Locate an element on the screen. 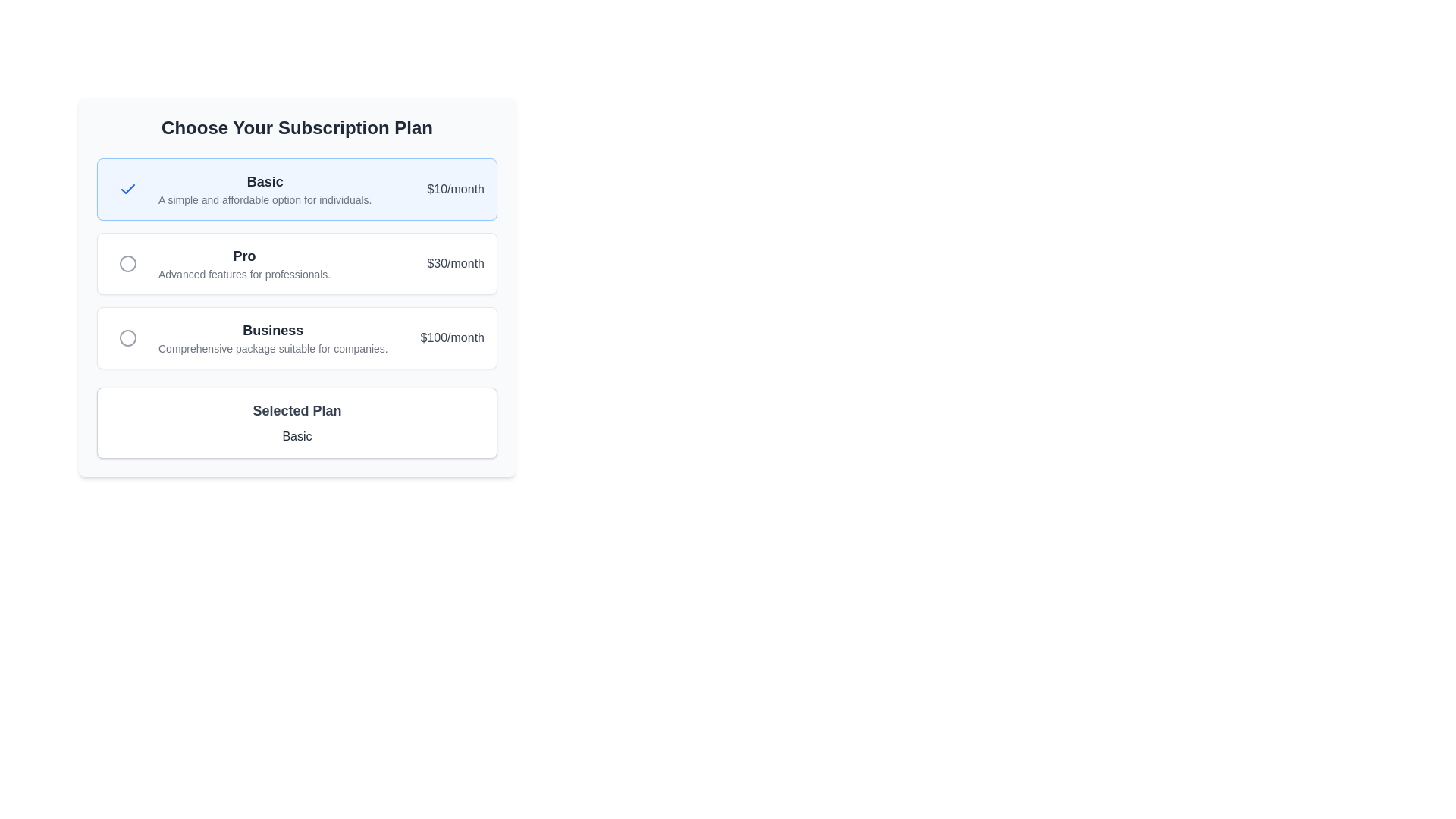 The width and height of the screenshot is (1456, 819). the 'Pro' subscription plan Selectable Card is located at coordinates (297, 262).